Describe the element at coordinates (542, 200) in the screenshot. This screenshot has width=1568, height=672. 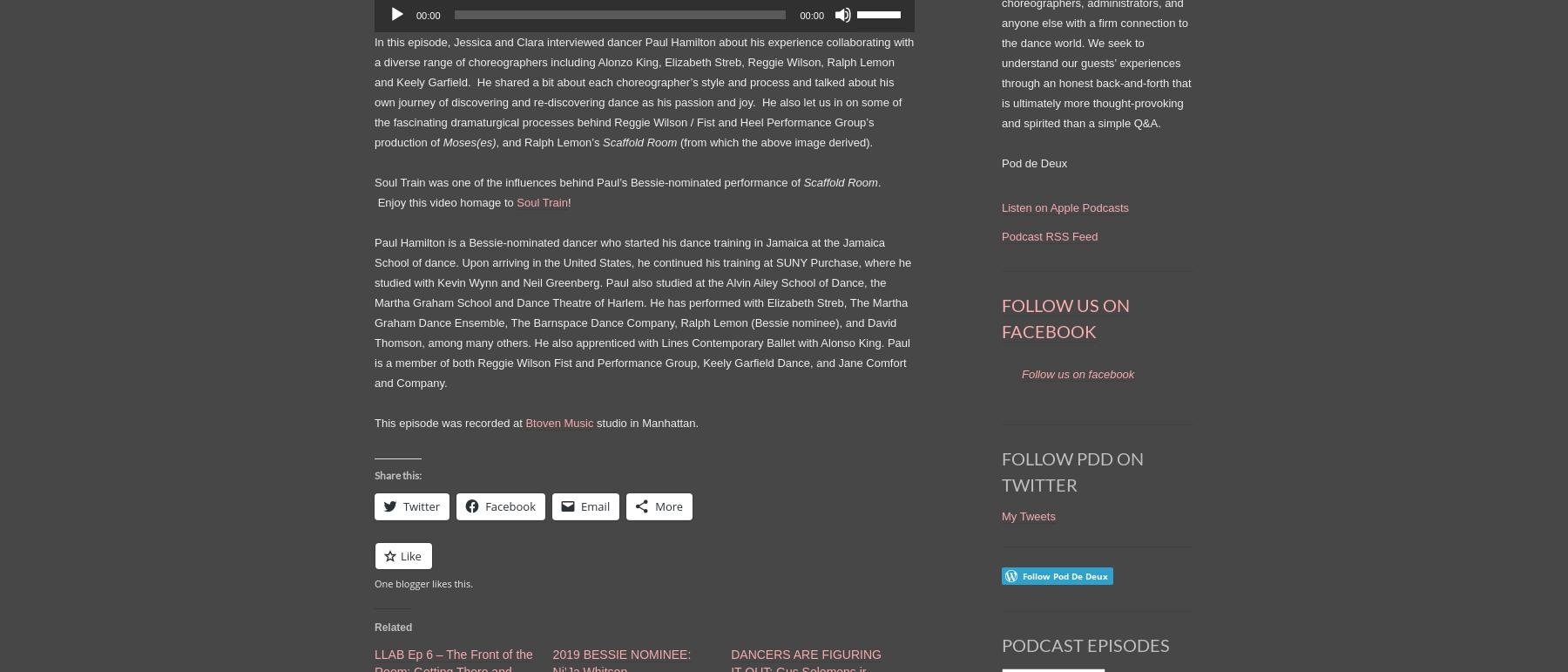
I see `'Soul Train'` at that location.